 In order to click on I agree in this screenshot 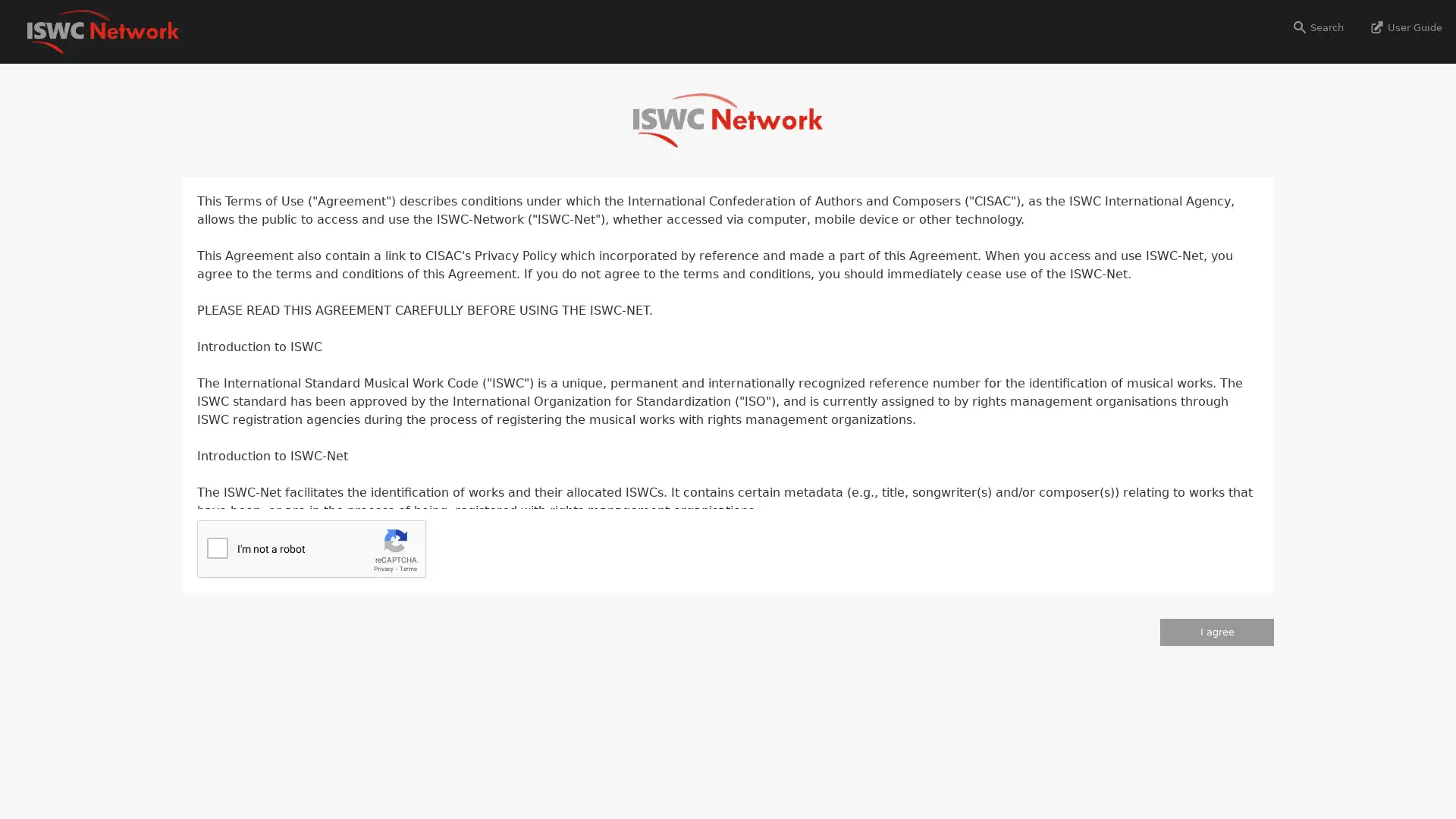, I will do `click(1216, 632)`.